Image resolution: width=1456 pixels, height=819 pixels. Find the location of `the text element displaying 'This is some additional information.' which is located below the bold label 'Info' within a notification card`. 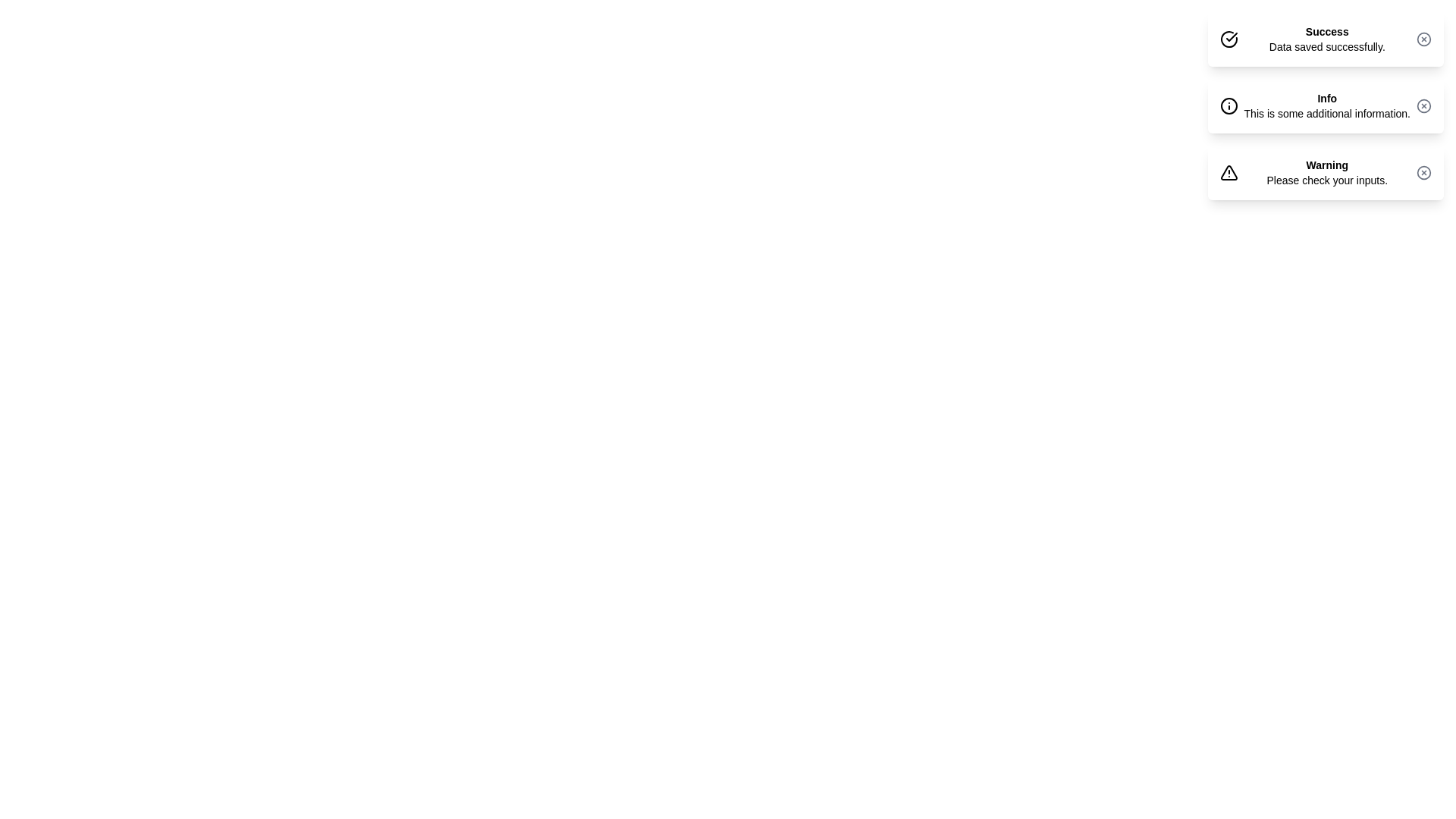

the text element displaying 'This is some additional information.' which is located below the bold label 'Info' within a notification card is located at coordinates (1326, 113).